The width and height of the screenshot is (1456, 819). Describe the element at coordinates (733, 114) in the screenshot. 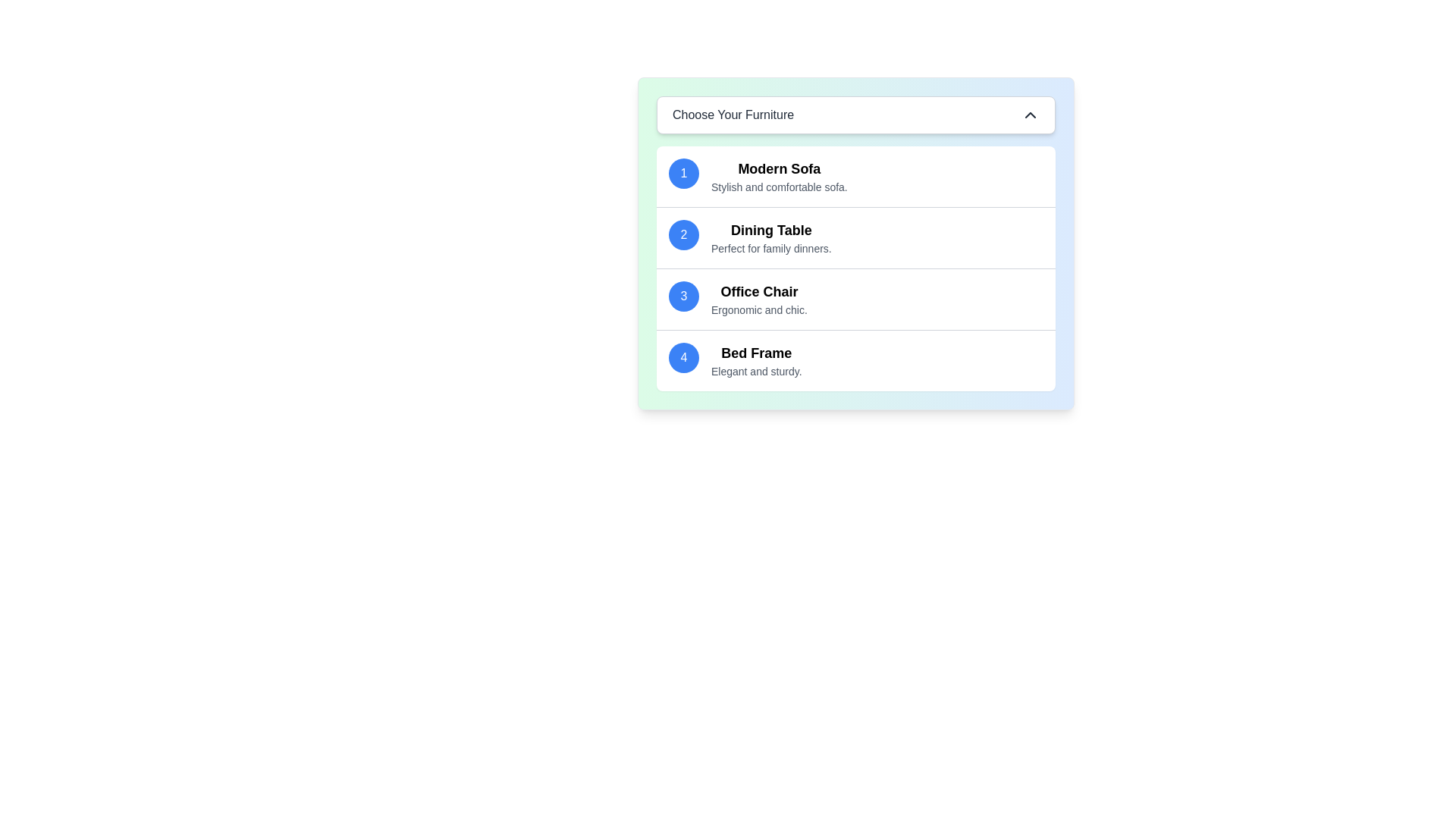

I see `the 'Choose Your Furniture' text label in the header of the dropdown menu, which is displayed in bold and slightly larger font` at that location.